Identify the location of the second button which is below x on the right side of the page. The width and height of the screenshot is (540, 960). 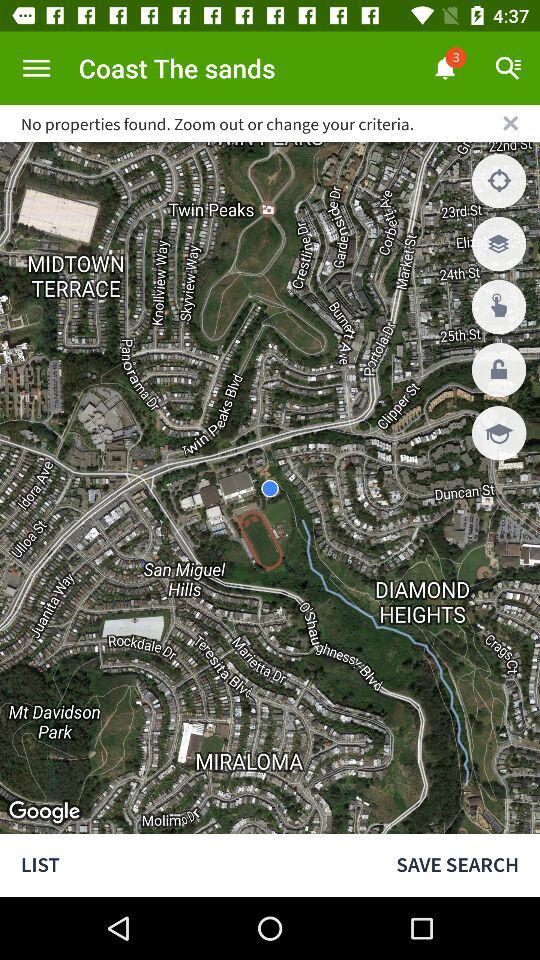
(498, 243).